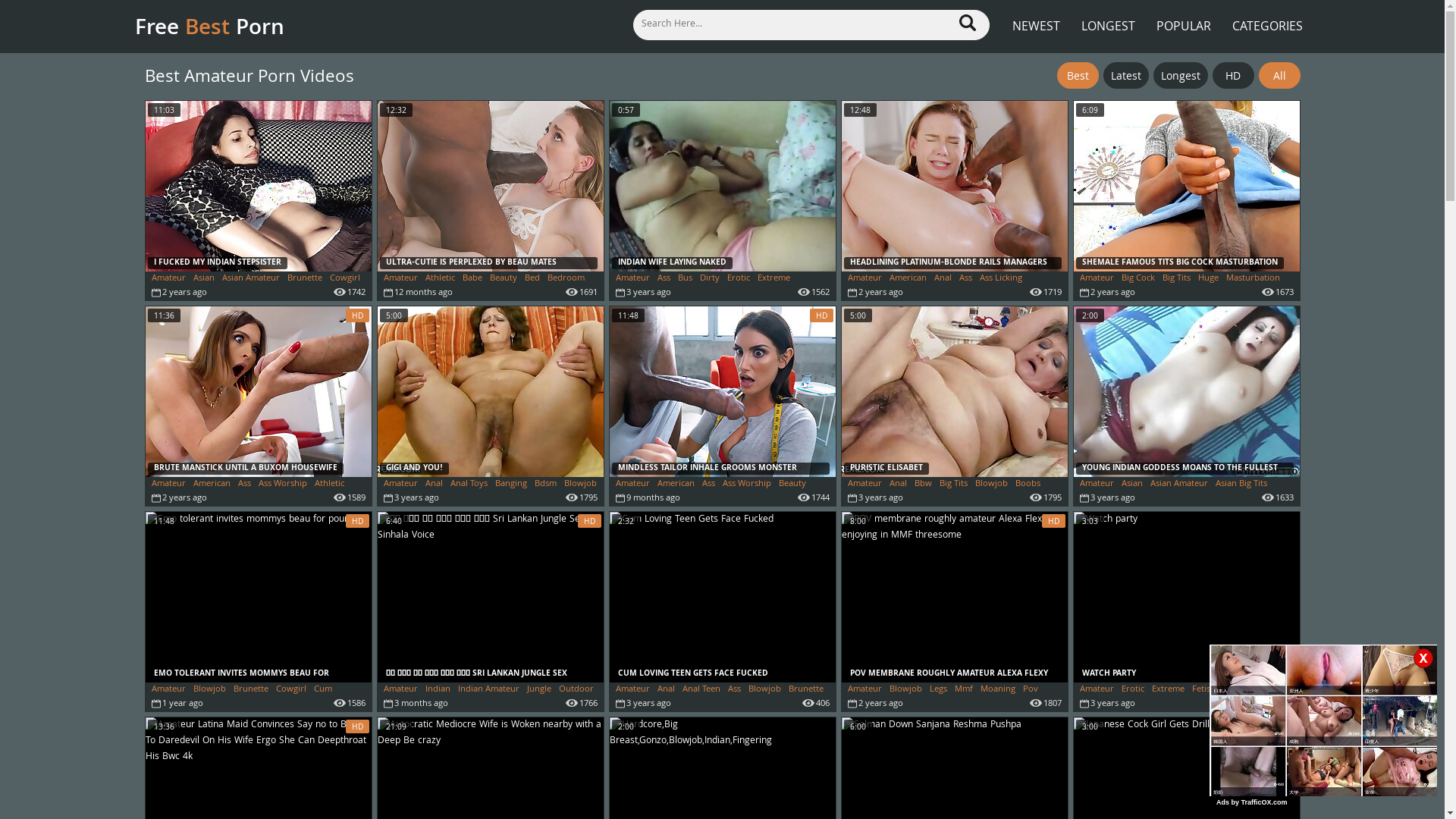 The width and height of the screenshot is (1456, 819). What do you see at coordinates (1178, 484) in the screenshot?
I see `'Asian Amateur'` at bounding box center [1178, 484].